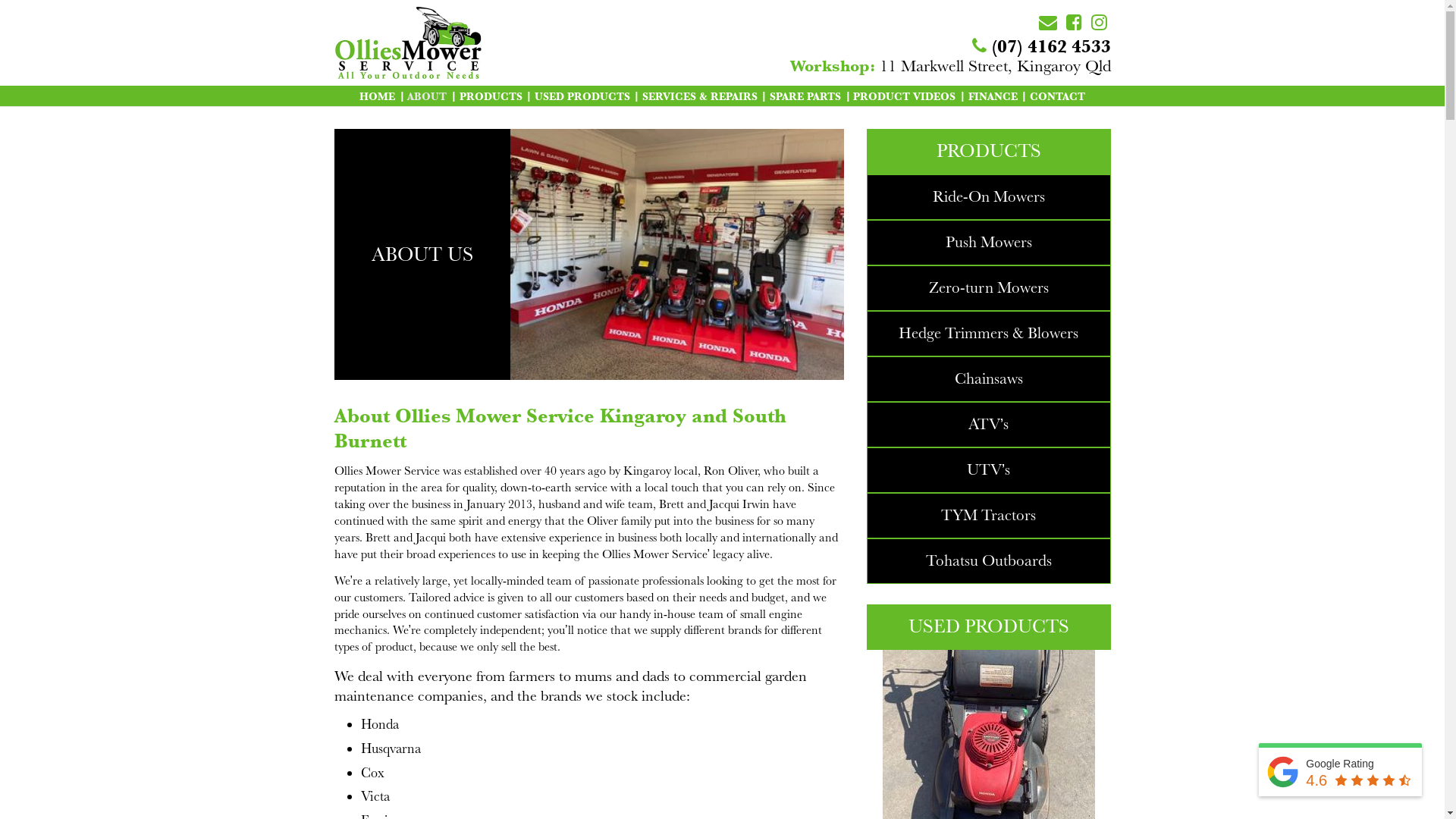  What do you see at coordinates (1056, 96) in the screenshot?
I see `'CONTACT'` at bounding box center [1056, 96].